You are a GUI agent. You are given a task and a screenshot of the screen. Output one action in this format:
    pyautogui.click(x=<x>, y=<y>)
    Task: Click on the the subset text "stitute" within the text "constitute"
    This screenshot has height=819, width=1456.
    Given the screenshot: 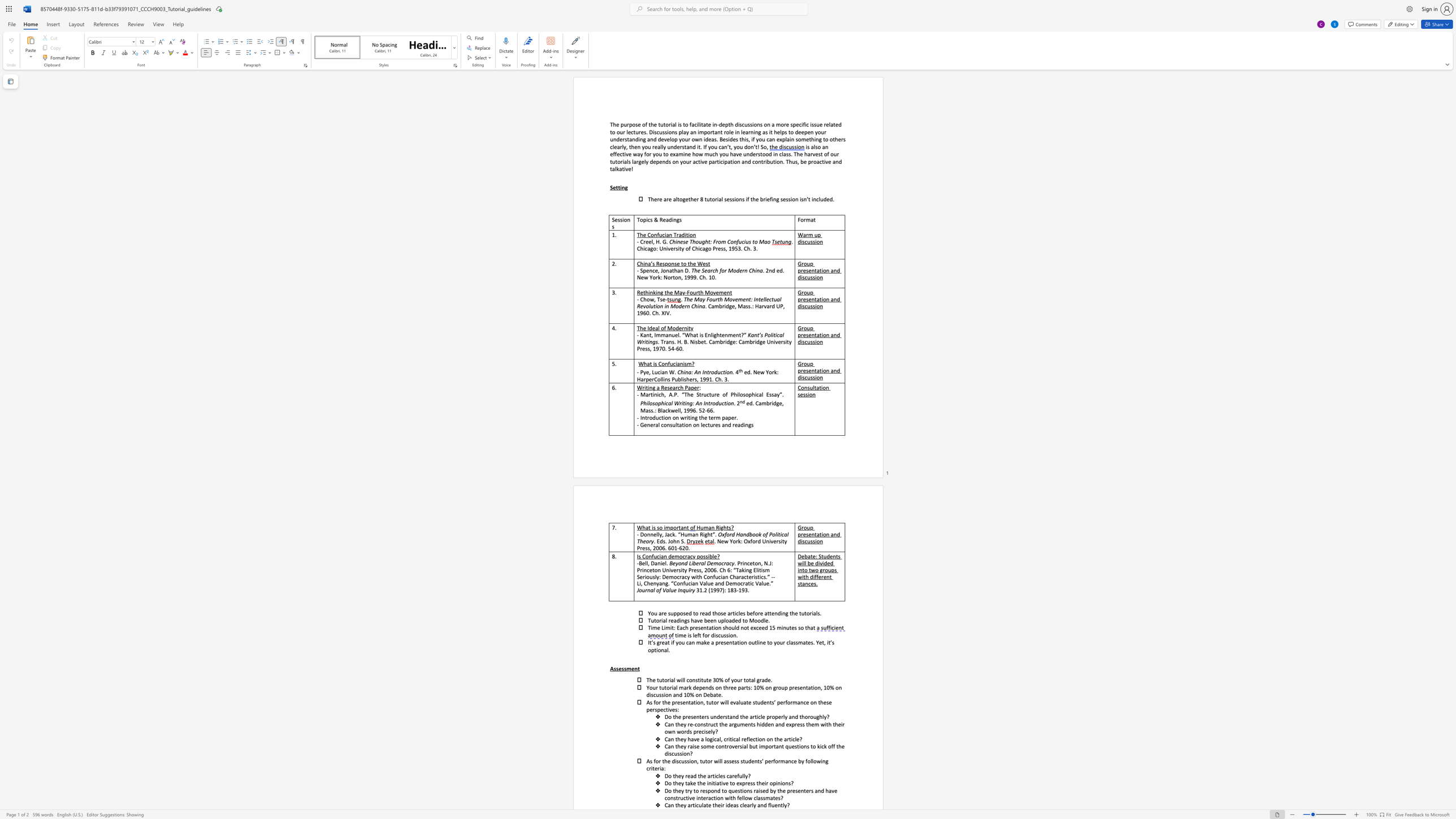 What is the action you would take?
    pyautogui.click(x=695, y=680)
    